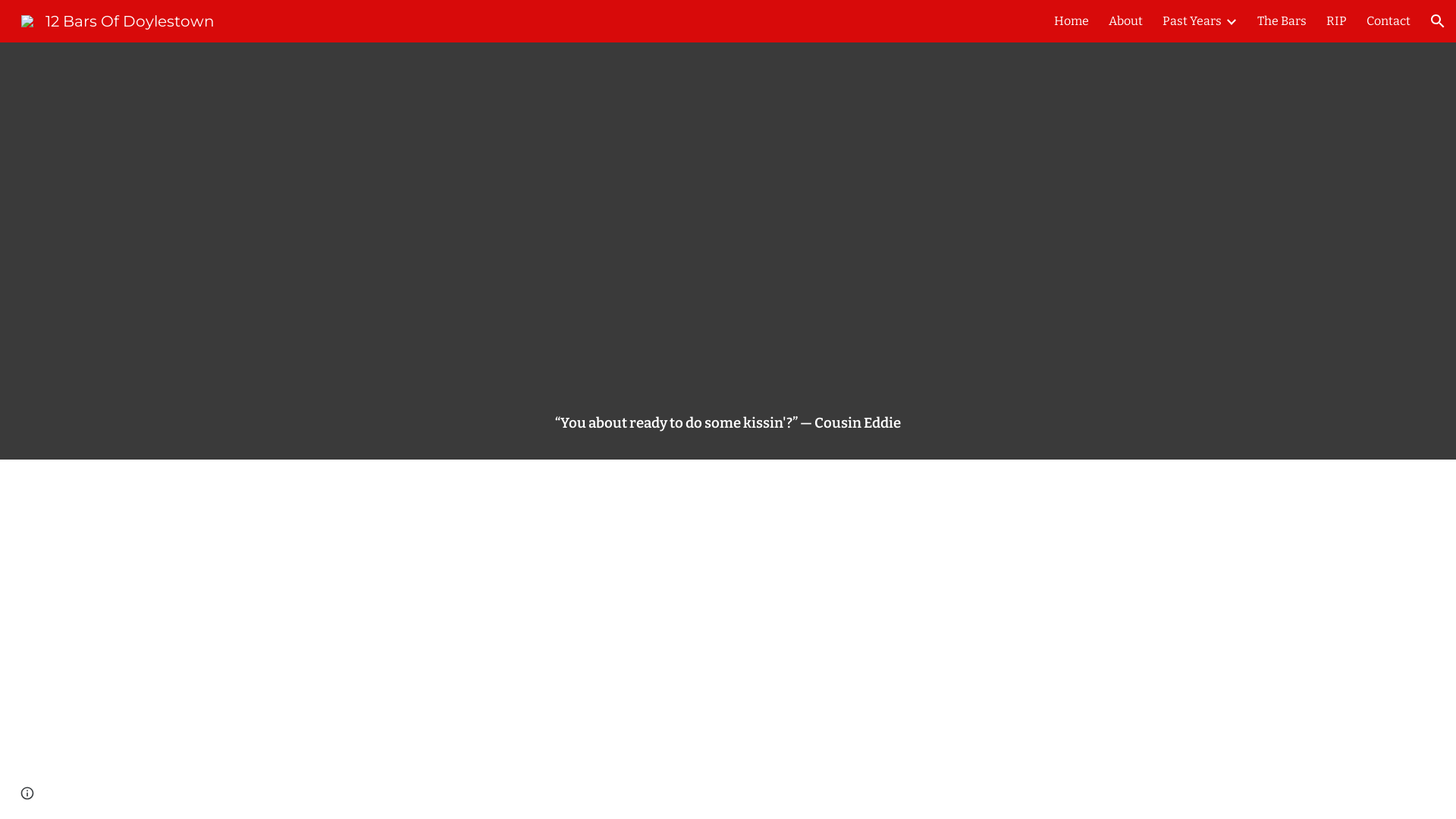  What do you see at coordinates (1070, 20) in the screenshot?
I see `'Home'` at bounding box center [1070, 20].